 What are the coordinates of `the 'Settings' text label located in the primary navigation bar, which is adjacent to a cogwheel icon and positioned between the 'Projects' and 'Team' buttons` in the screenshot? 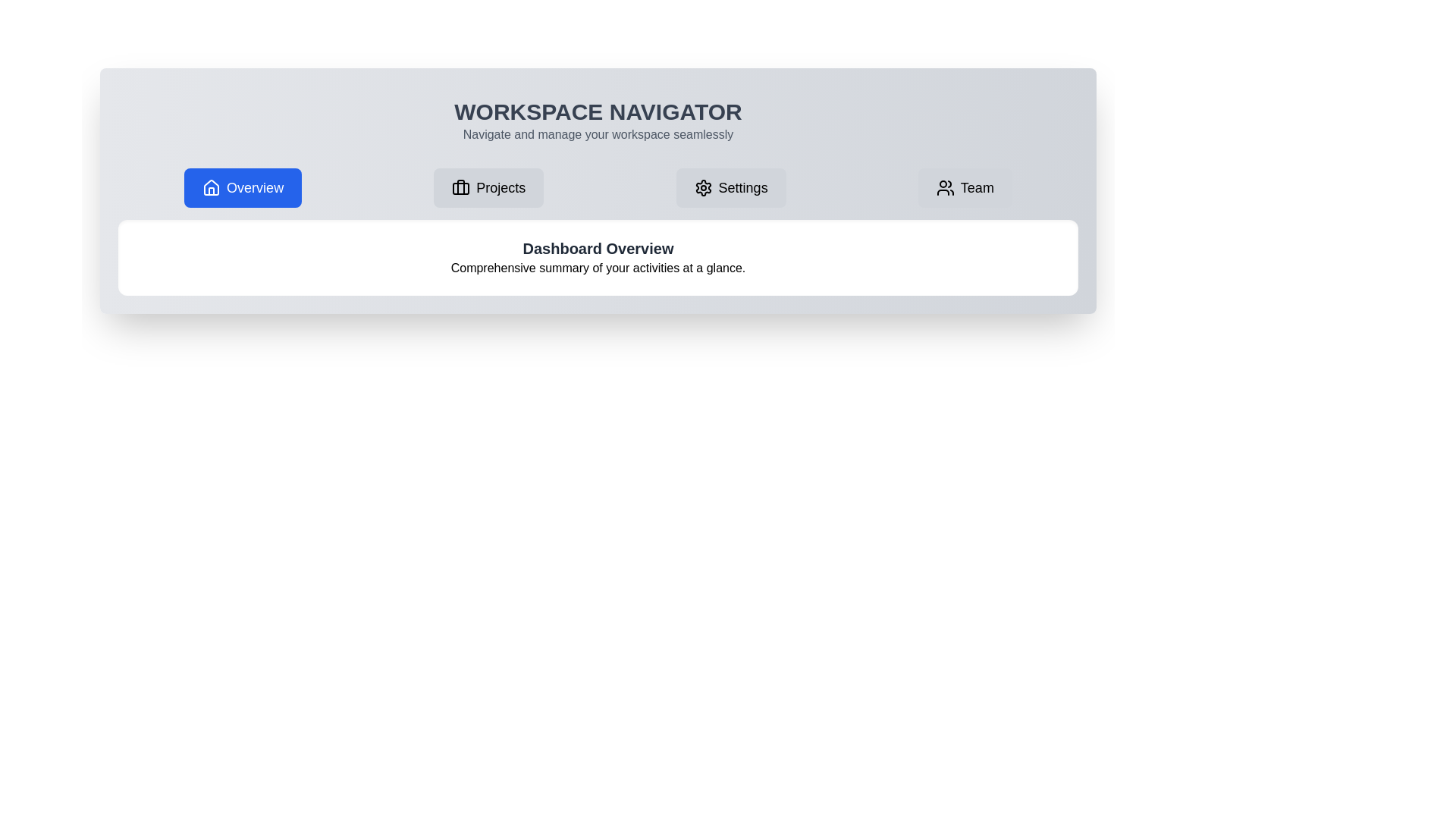 It's located at (743, 187).